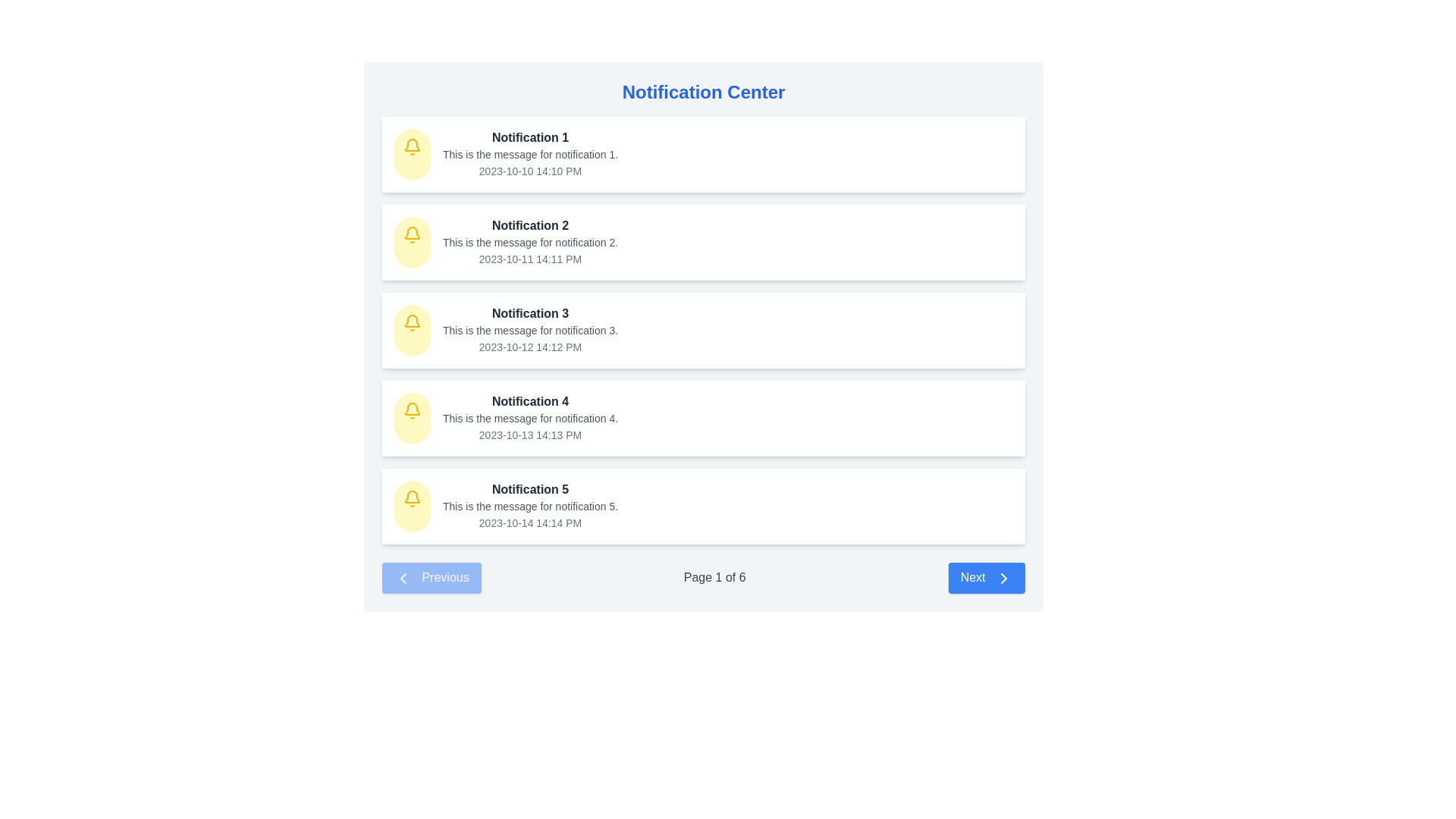 The width and height of the screenshot is (1456, 819). Describe the element at coordinates (530, 242) in the screenshot. I see `the second entry in the vertically stacked list of notifications, which is a static informational block about a specific event or update` at that location.